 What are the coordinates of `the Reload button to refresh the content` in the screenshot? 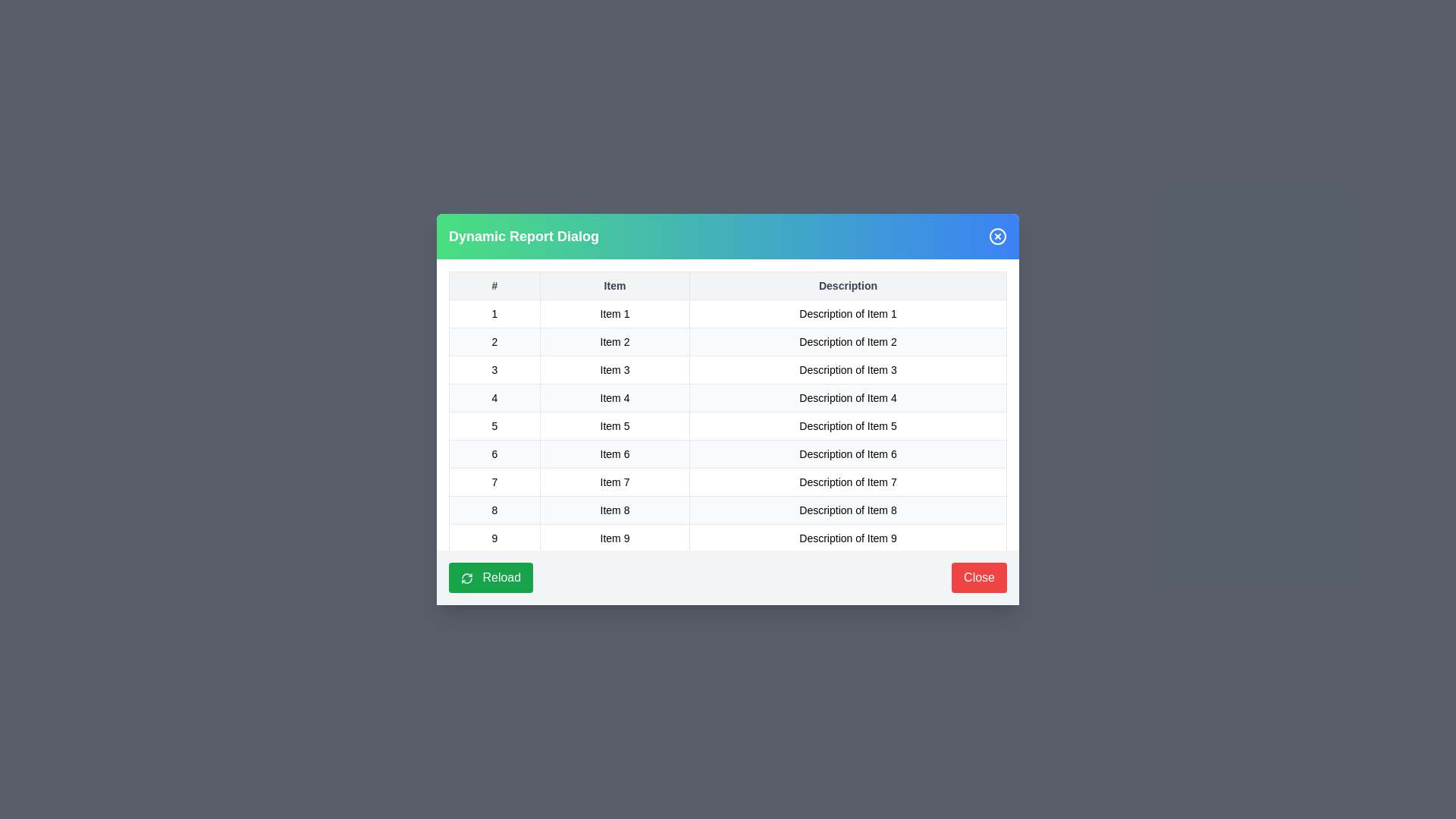 It's located at (491, 578).